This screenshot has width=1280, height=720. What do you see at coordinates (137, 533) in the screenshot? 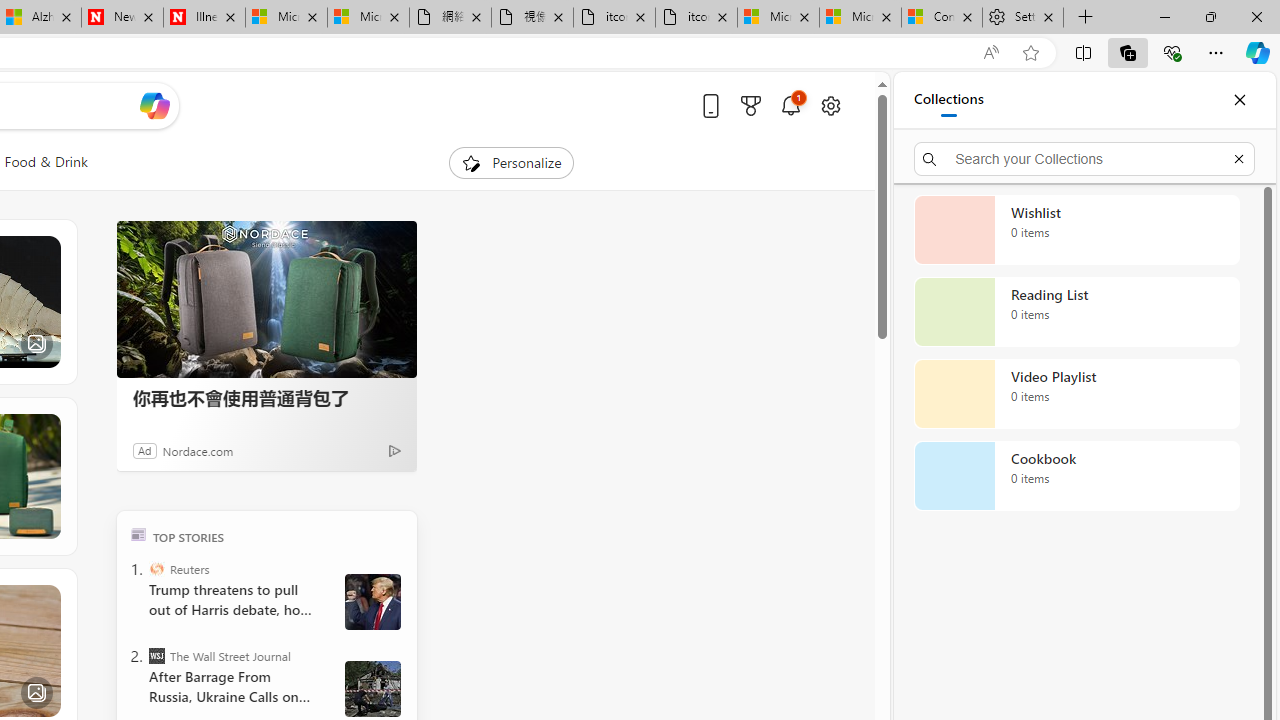
I see `'TOP'` at bounding box center [137, 533].